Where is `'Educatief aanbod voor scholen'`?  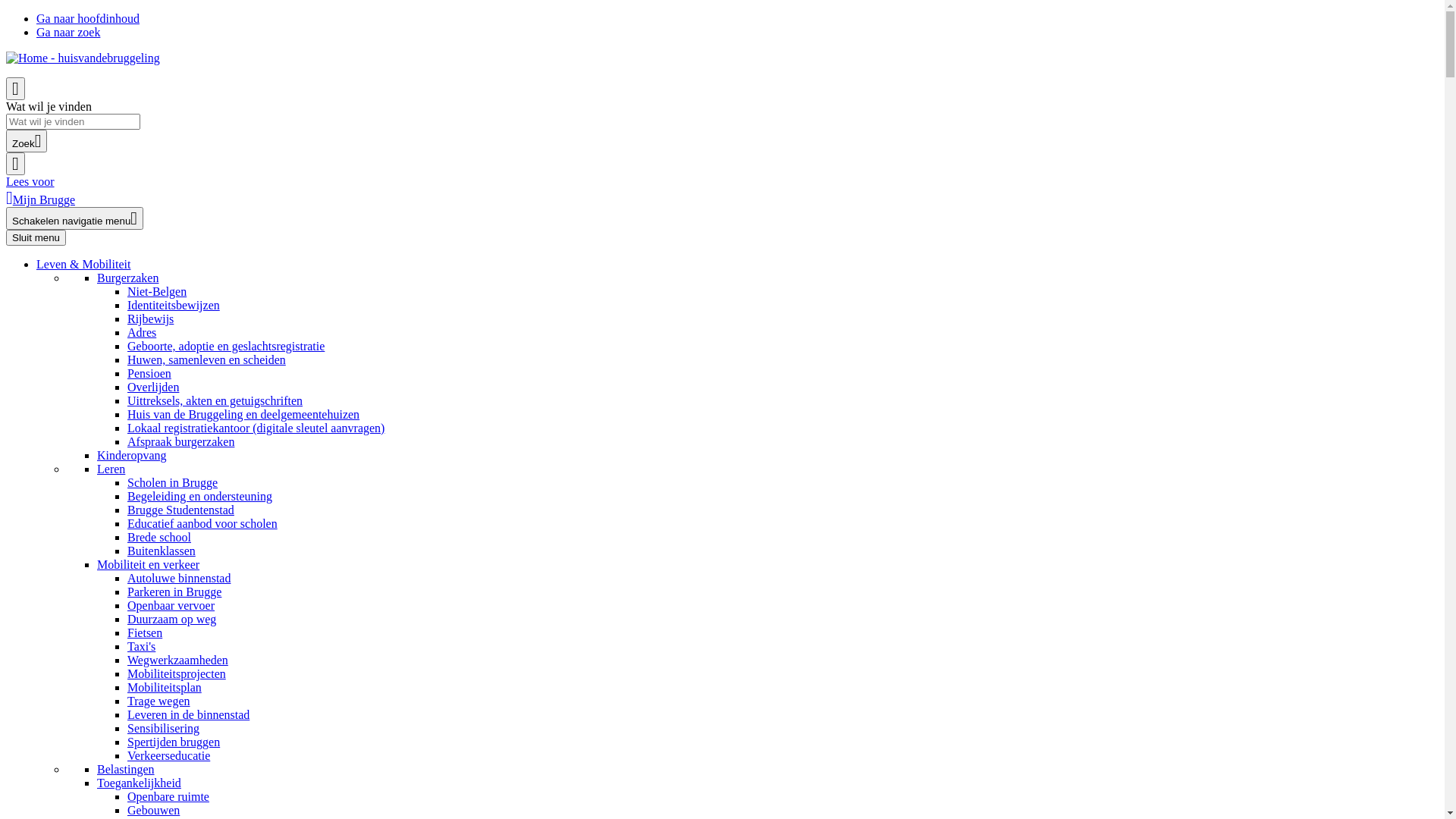 'Educatief aanbod voor scholen' is located at coordinates (202, 522).